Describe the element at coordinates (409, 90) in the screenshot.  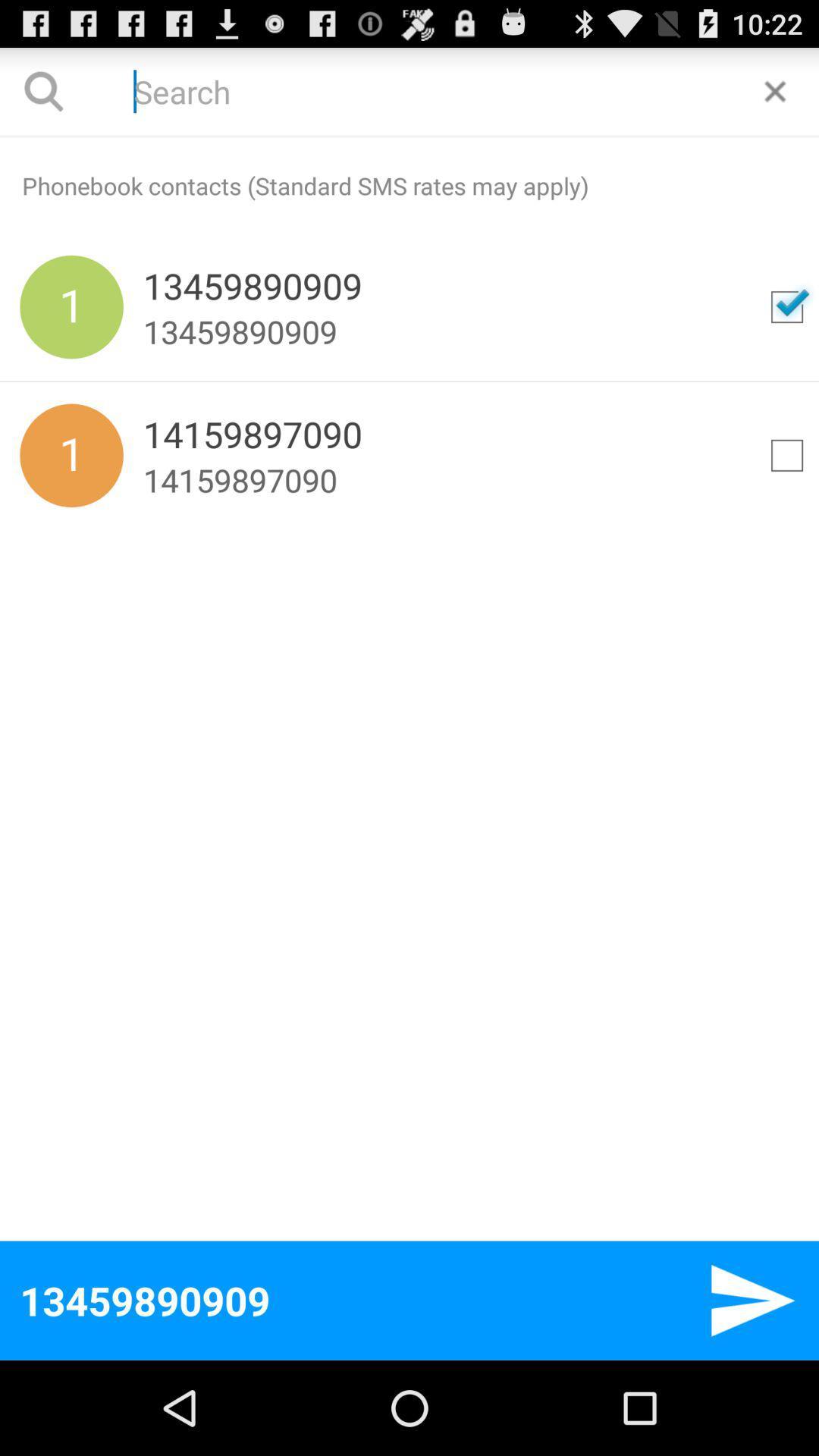
I see `search field` at that location.